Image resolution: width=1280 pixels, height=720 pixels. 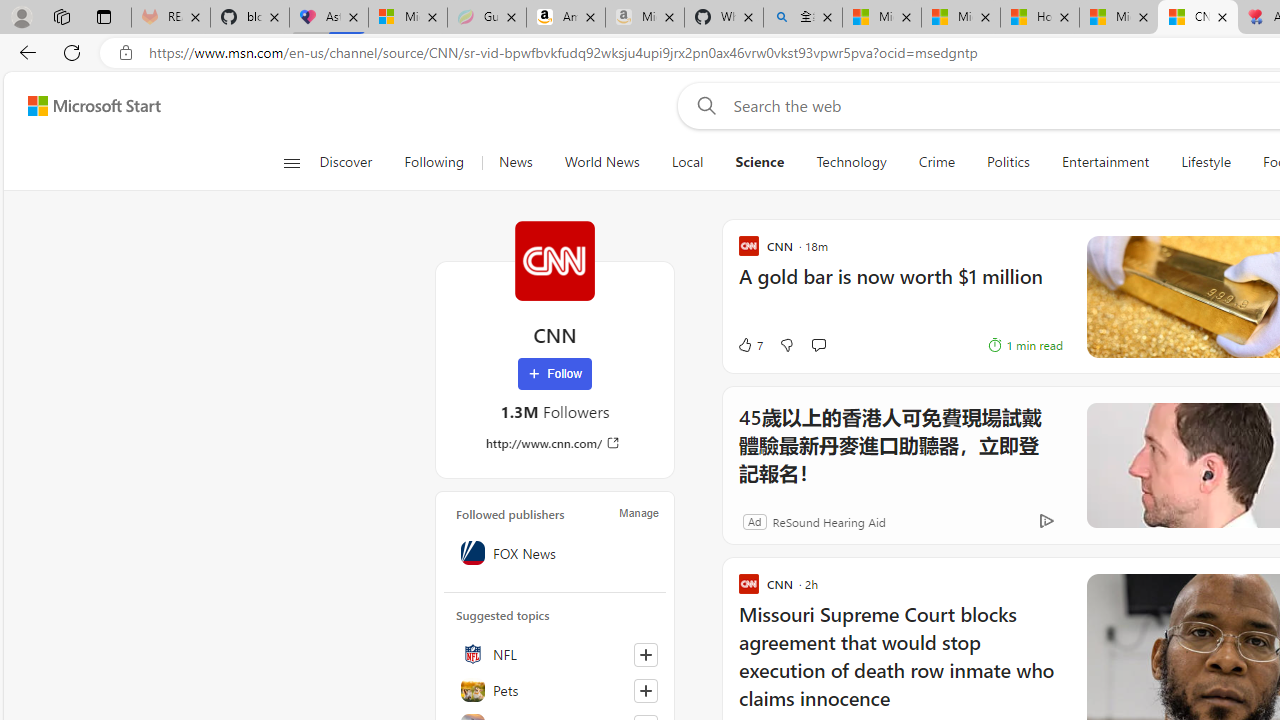 What do you see at coordinates (353, 162) in the screenshot?
I see `'Discover'` at bounding box center [353, 162].